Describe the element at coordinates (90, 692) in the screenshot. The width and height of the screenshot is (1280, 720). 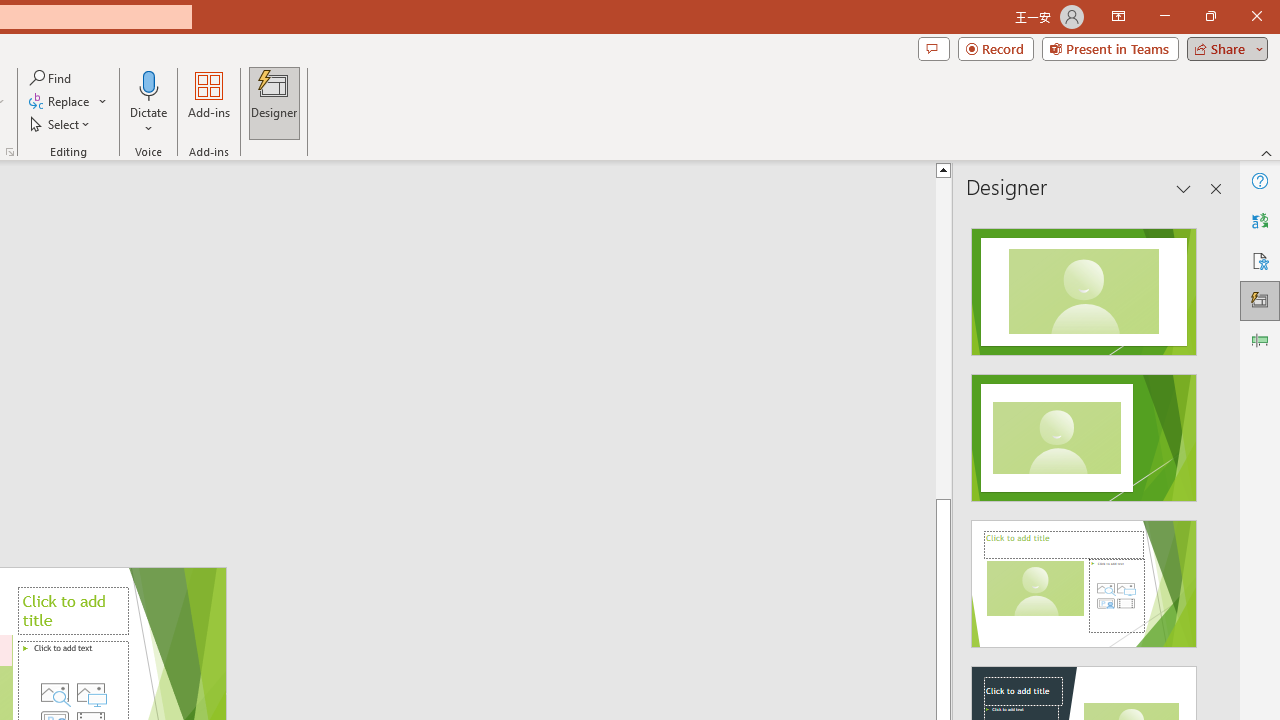
I see `'Pictures'` at that location.